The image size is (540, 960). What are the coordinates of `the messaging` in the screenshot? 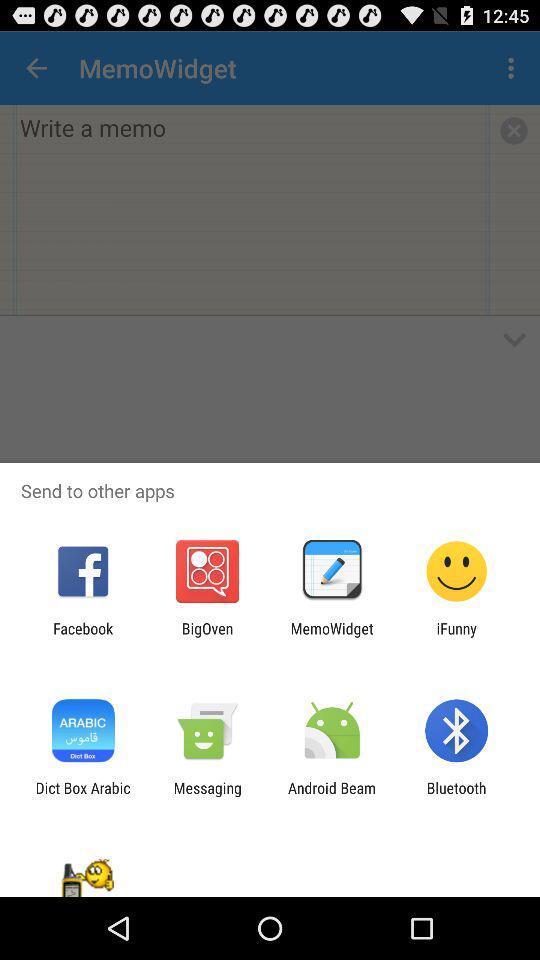 It's located at (206, 796).